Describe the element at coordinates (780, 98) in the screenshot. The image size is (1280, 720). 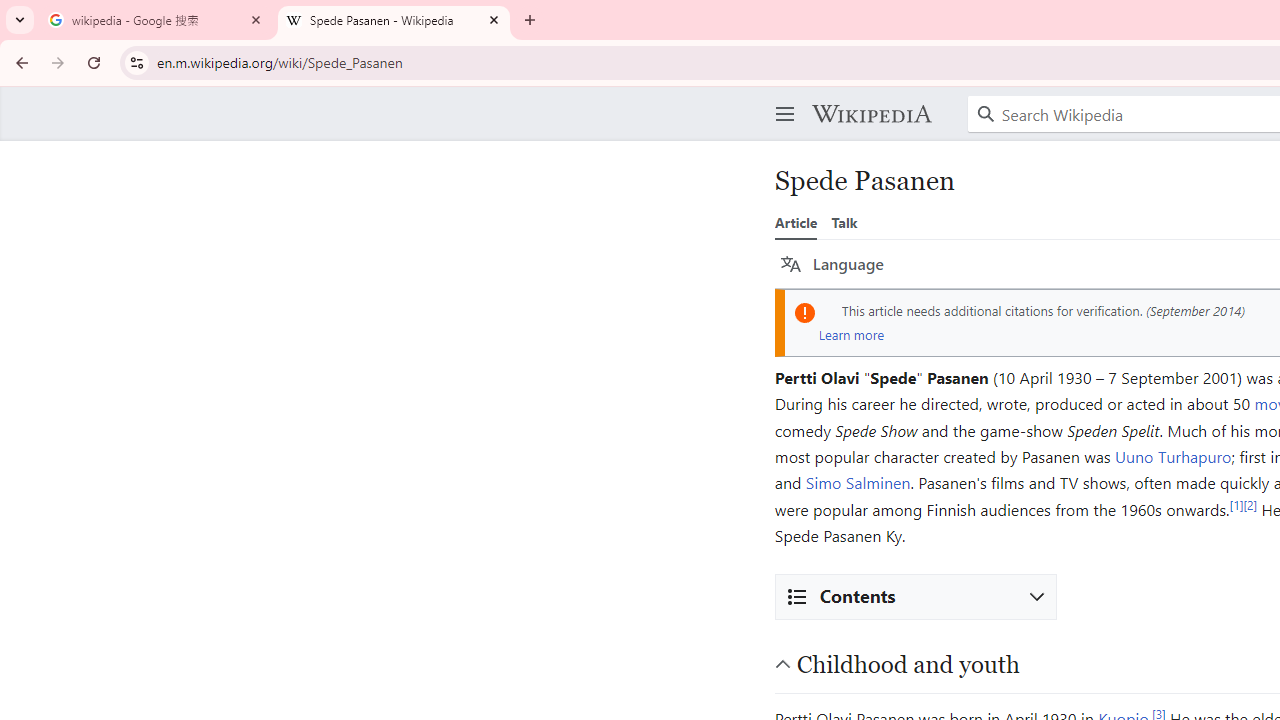
I see `'AutomationID: main-menu-input'` at that location.